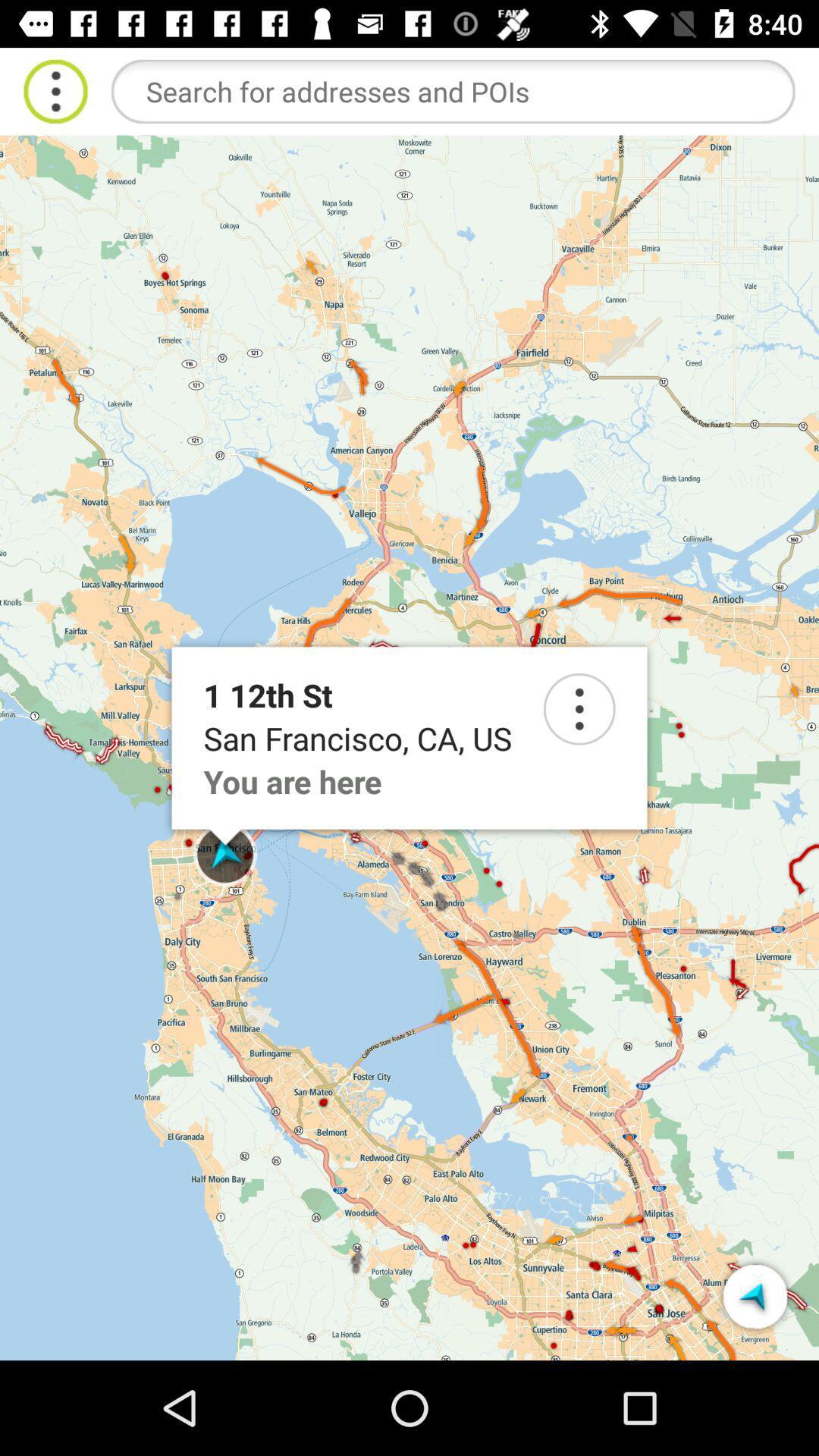  What do you see at coordinates (755, 1295) in the screenshot?
I see `start tracking driving progress` at bounding box center [755, 1295].